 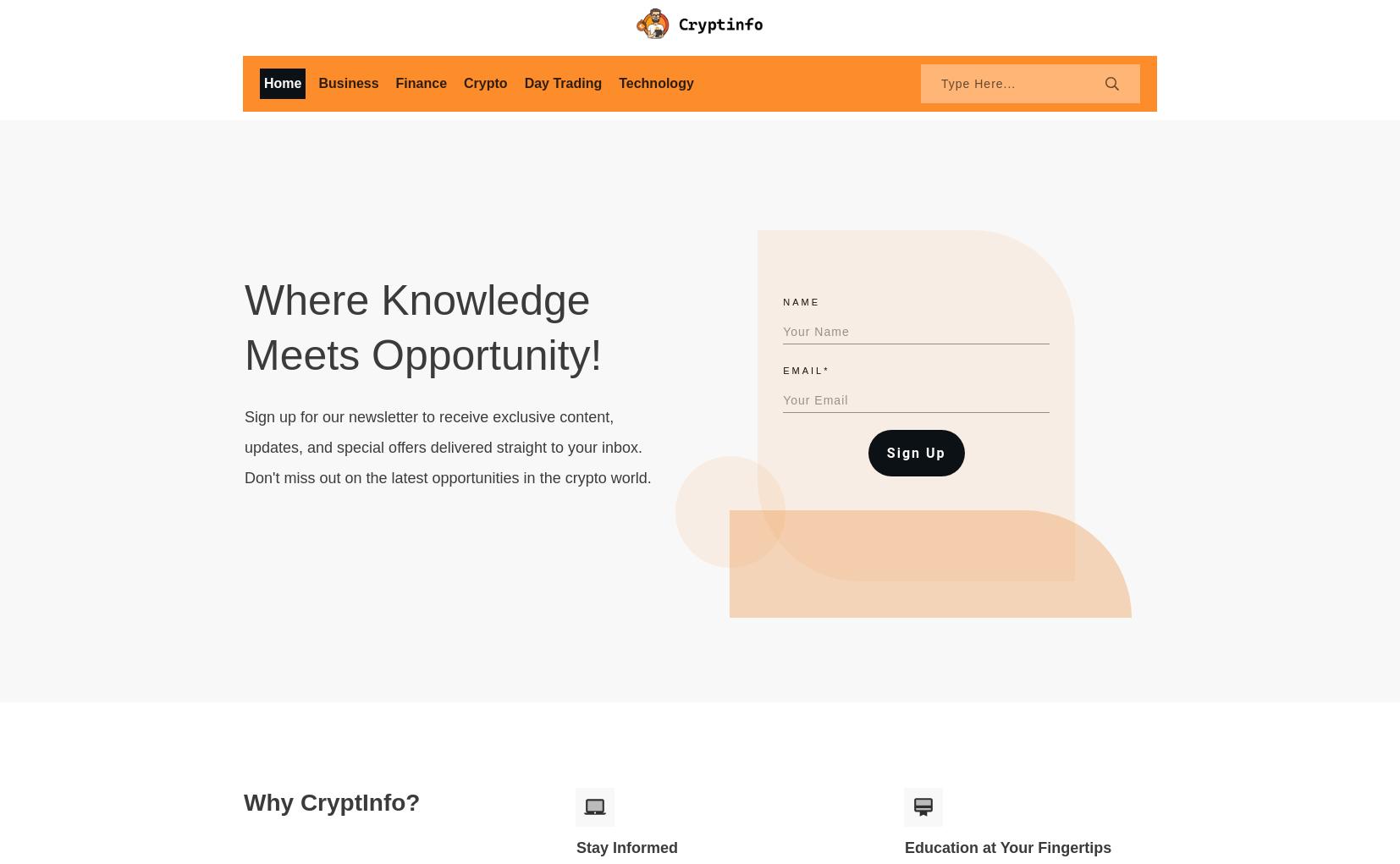 What do you see at coordinates (421, 81) in the screenshot?
I see `'Finance'` at bounding box center [421, 81].